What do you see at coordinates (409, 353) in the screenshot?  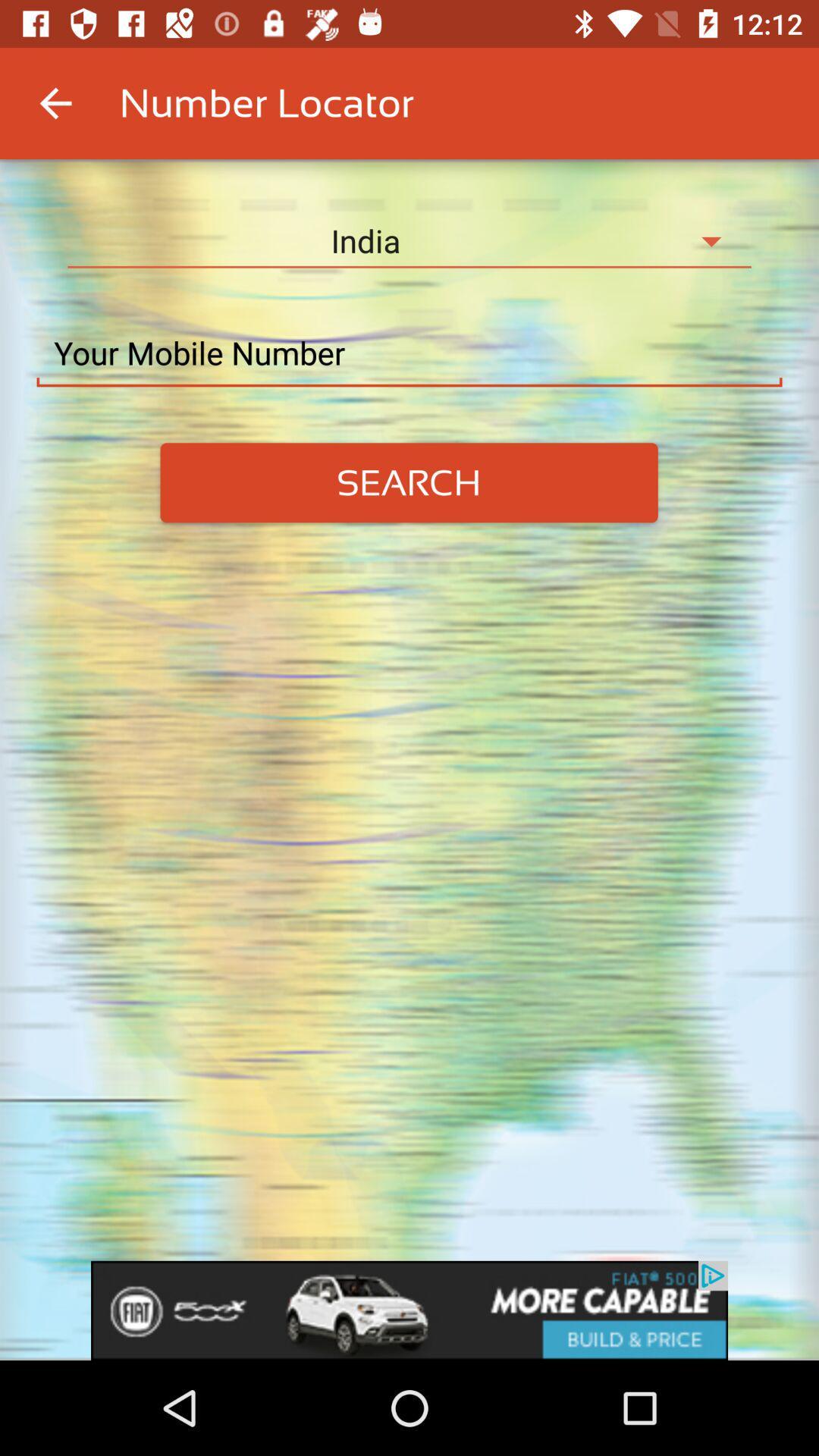 I see `type in your mobile number` at bounding box center [409, 353].